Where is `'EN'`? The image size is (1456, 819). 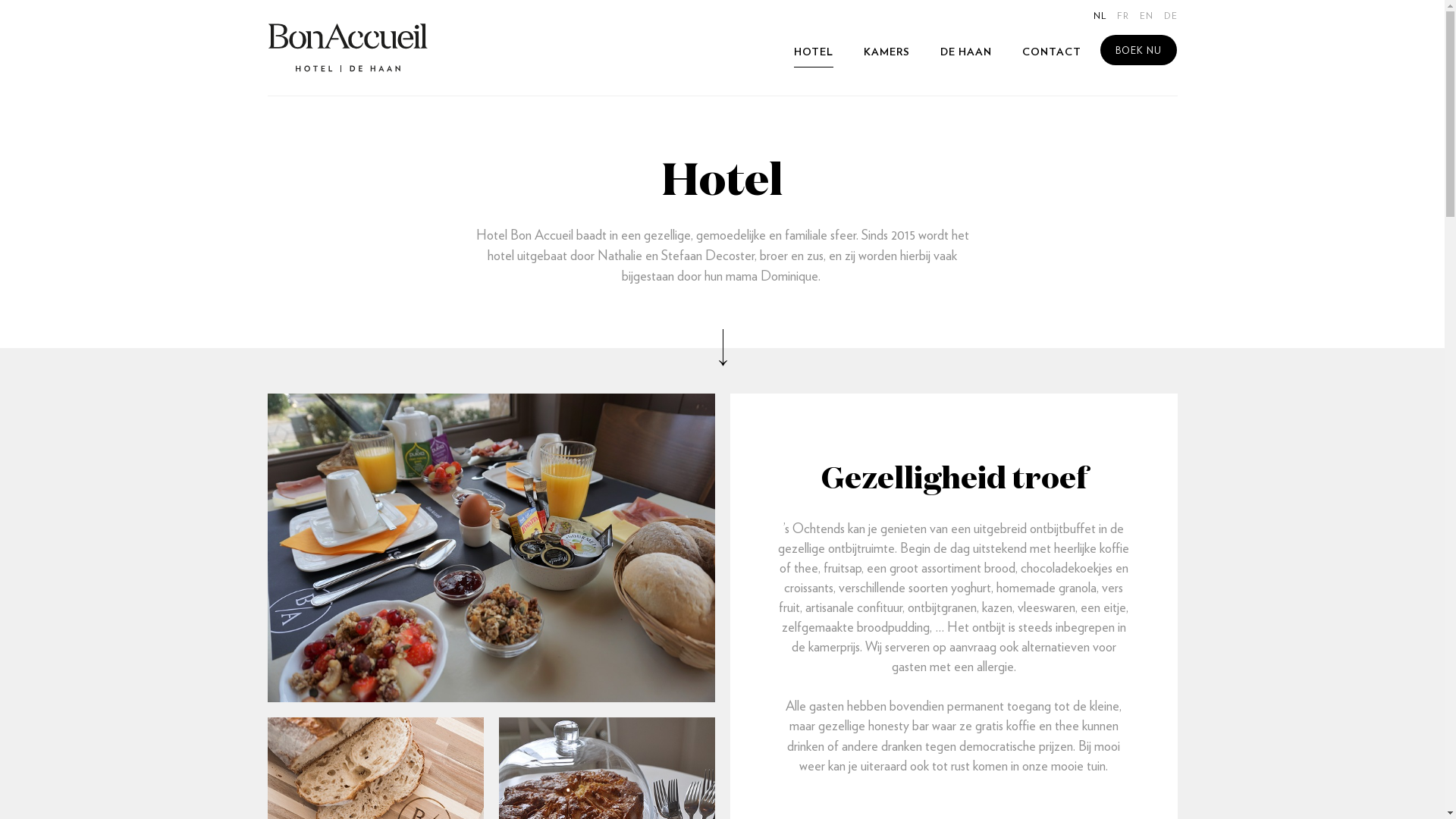
'EN' is located at coordinates (1146, 16).